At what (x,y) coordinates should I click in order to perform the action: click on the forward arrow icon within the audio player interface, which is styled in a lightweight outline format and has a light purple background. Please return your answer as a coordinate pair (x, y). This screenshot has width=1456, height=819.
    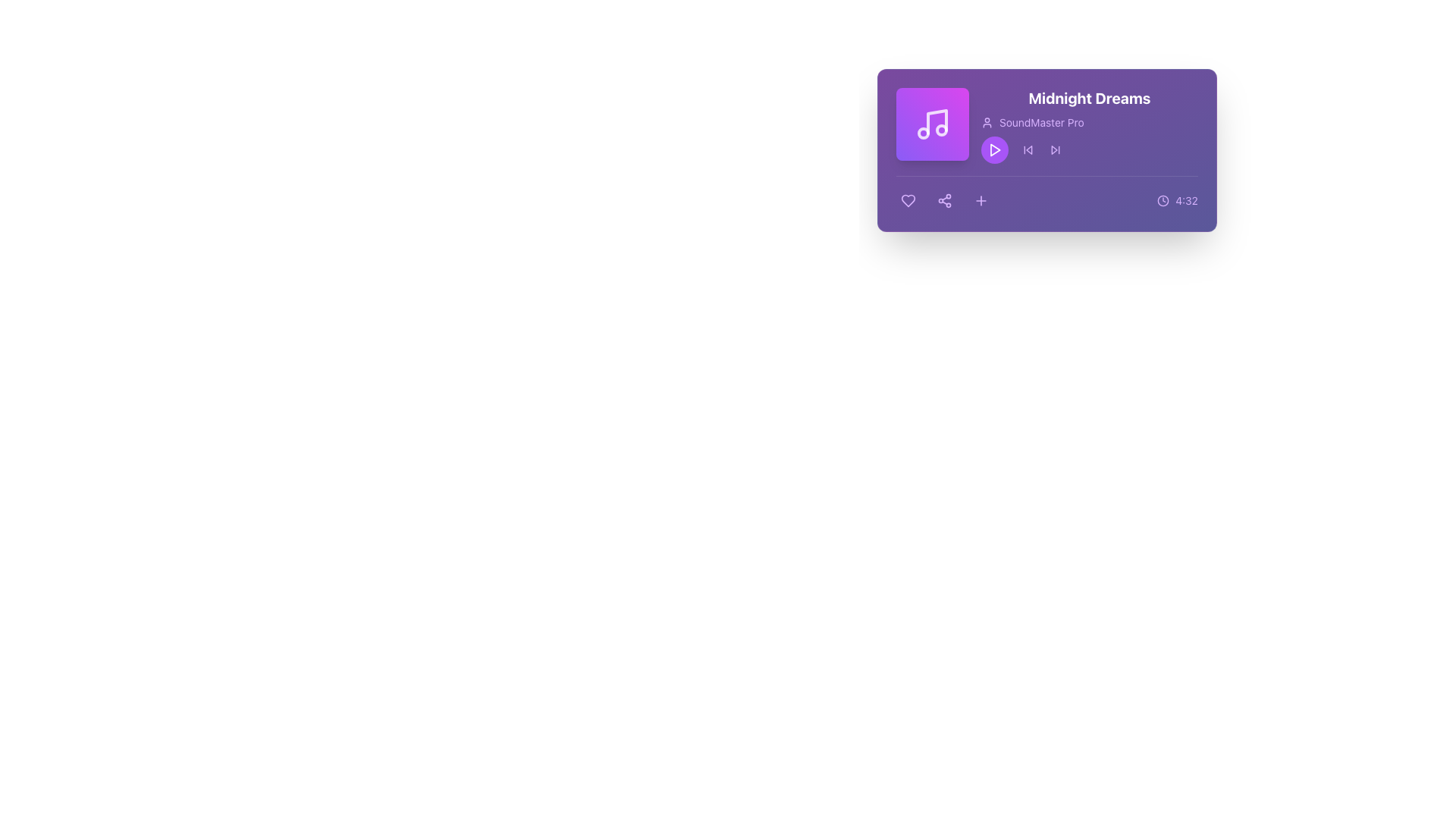
    Looking at the image, I should click on (1053, 149).